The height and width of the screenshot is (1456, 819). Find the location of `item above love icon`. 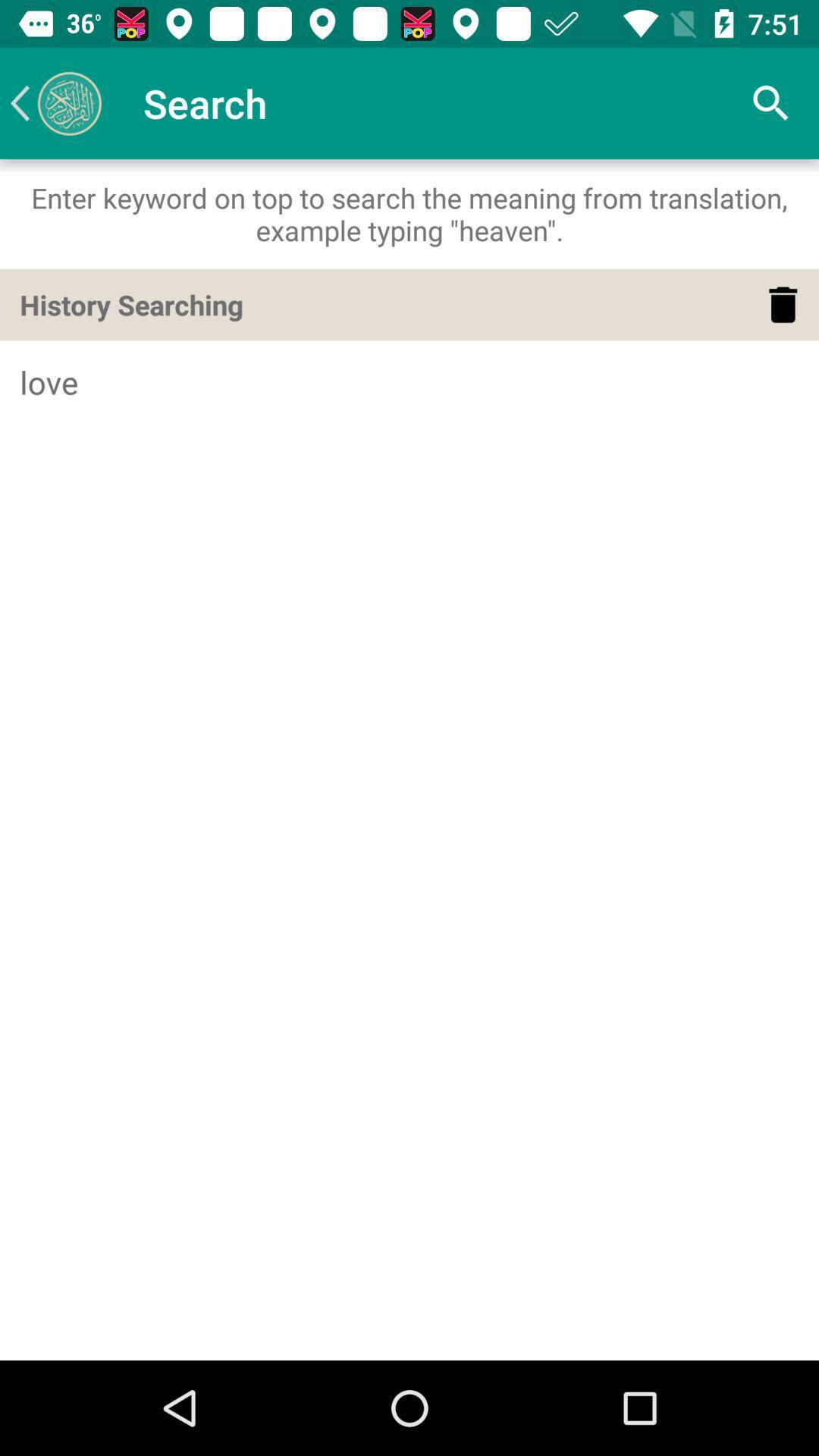

item above love icon is located at coordinates (783, 304).